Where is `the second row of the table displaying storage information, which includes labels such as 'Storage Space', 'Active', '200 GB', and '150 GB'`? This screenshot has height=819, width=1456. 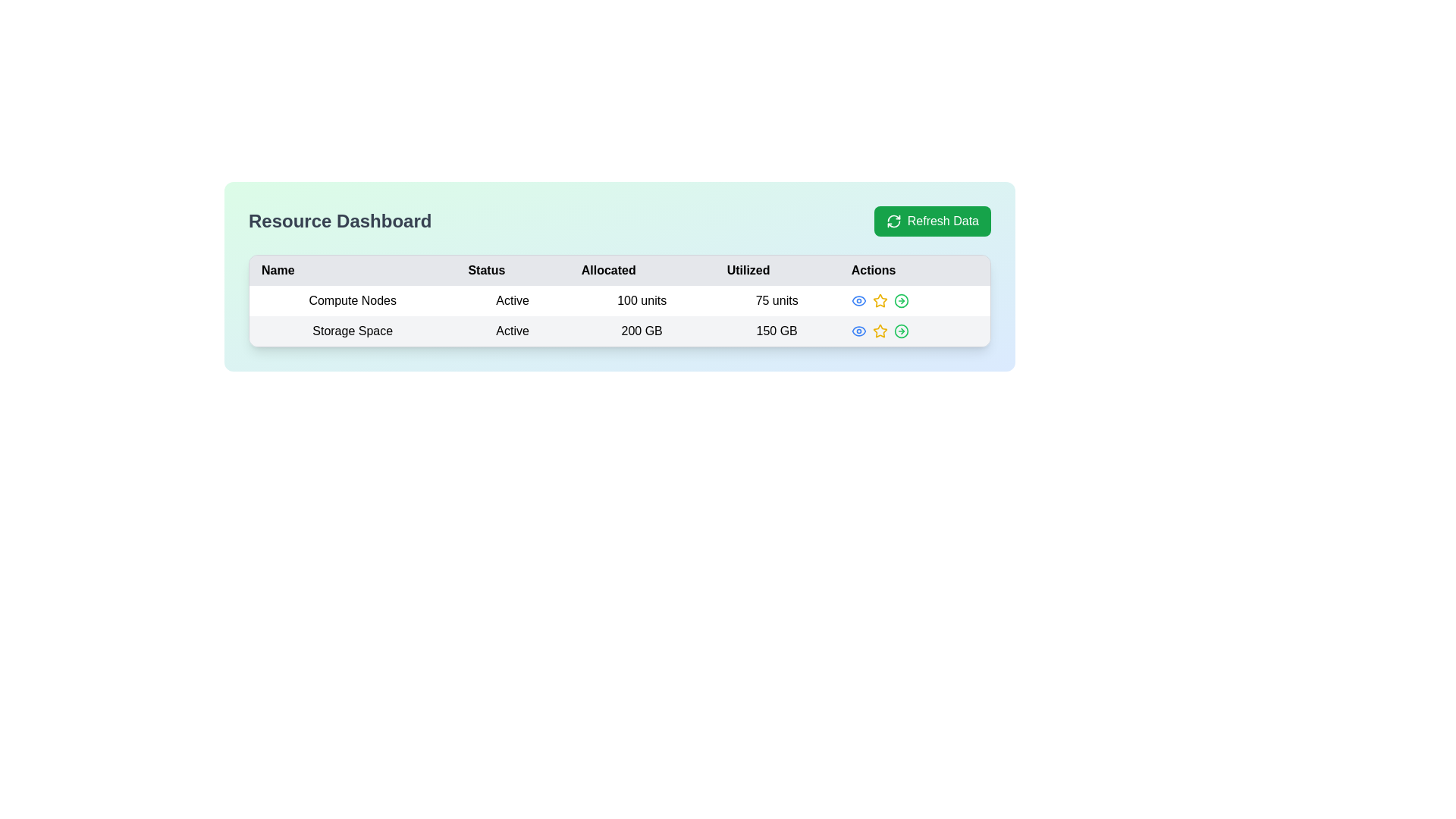
the second row of the table displaying storage information, which includes labels such as 'Storage Space', 'Active', '200 GB', and '150 GB' is located at coordinates (620, 330).